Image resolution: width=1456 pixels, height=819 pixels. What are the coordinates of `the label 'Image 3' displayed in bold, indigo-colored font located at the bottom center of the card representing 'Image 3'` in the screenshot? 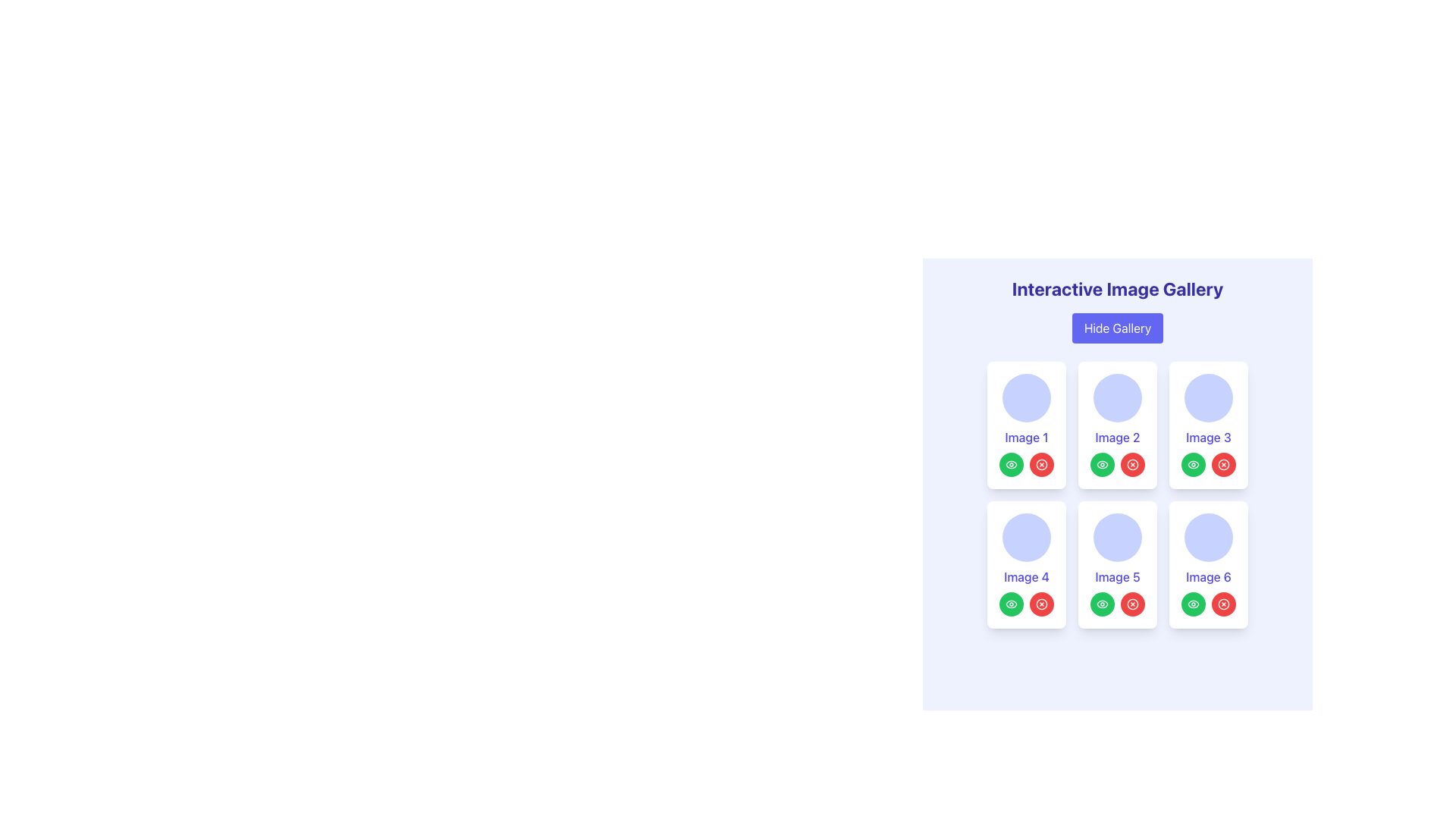 It's located at (1207, 438).